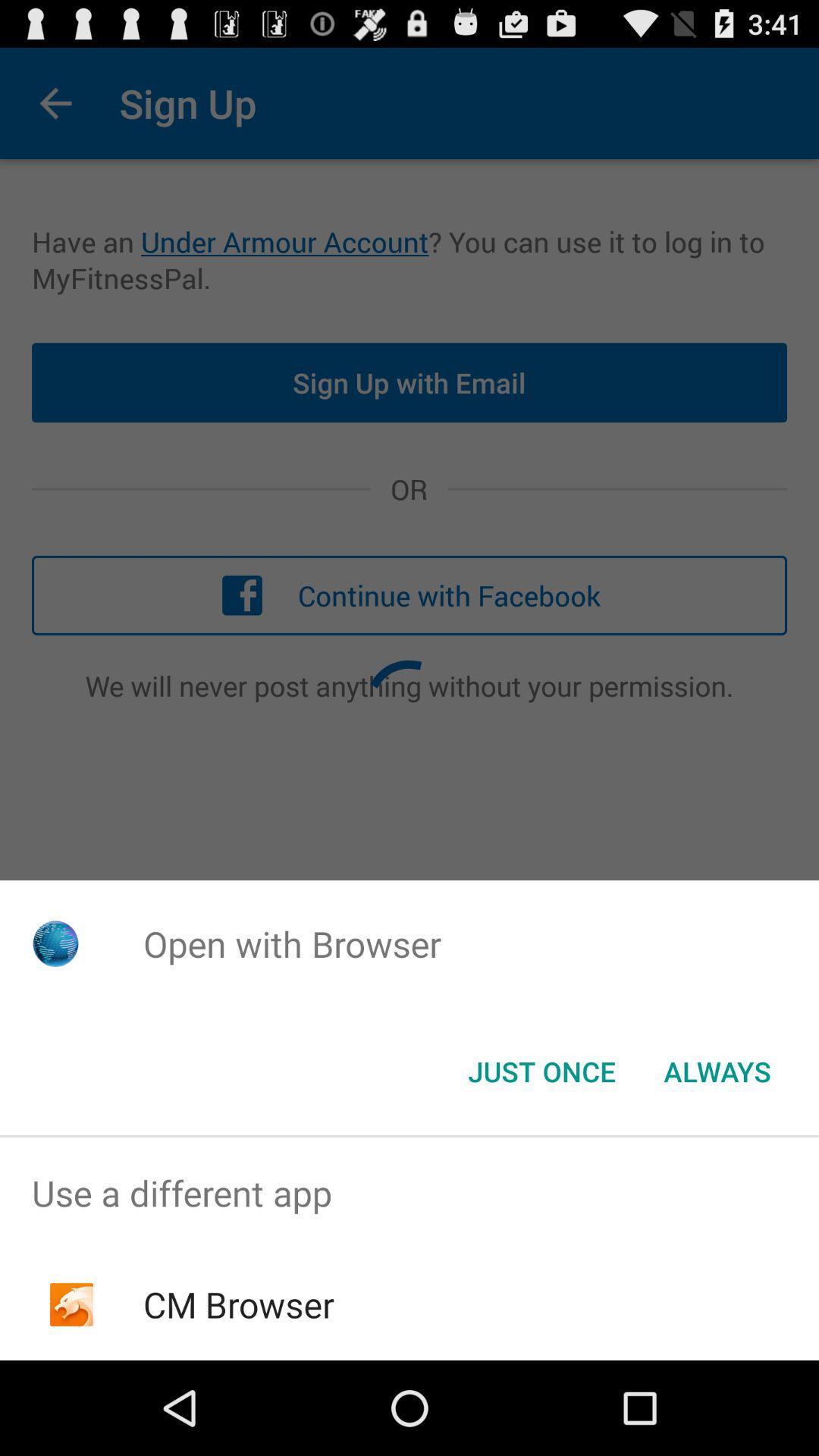 The width and height of the screenshot is (819, 1456). I want to click on just once item, so click(541, 1070).